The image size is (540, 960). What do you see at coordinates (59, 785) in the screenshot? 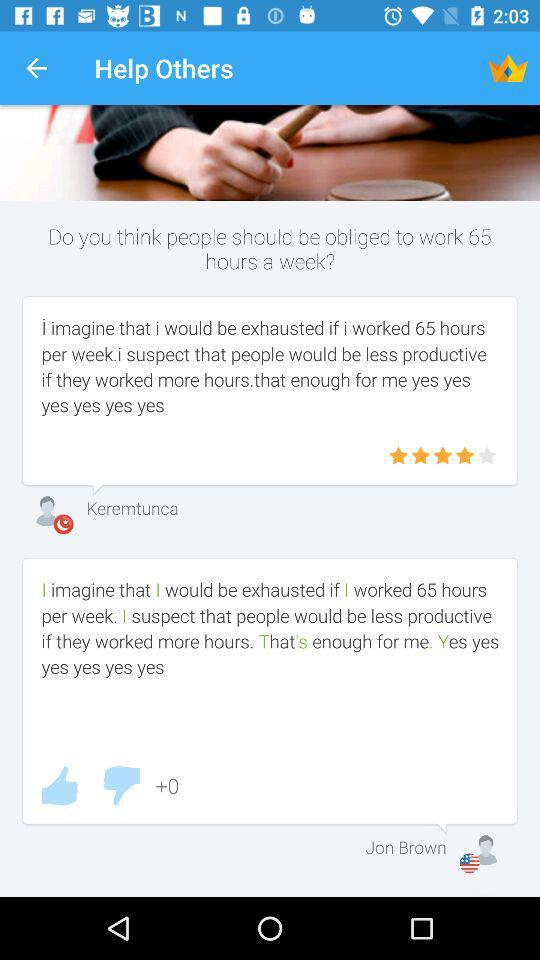
I see `would like that comment` at bounding box center [59, 785].